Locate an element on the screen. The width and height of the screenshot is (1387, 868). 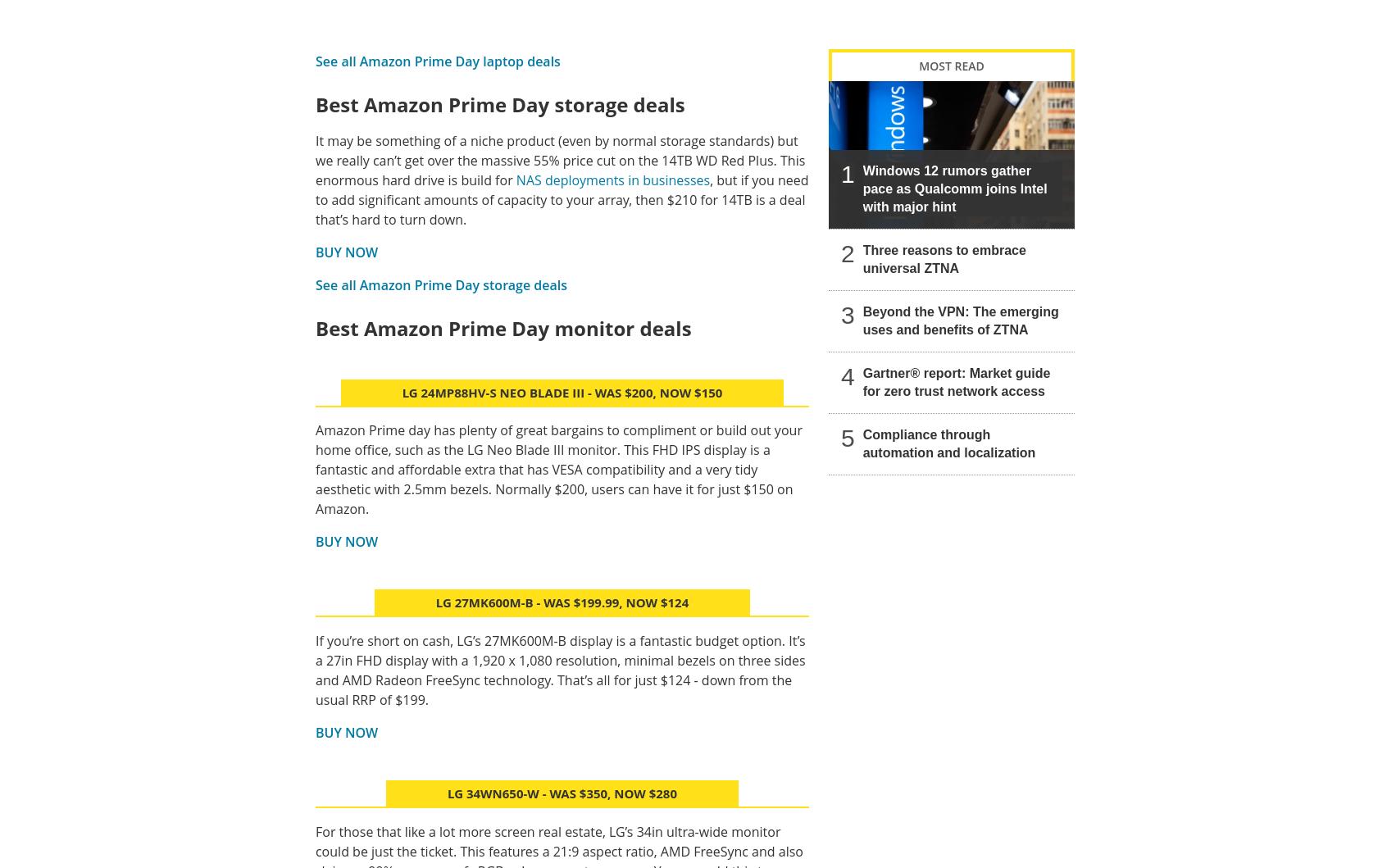
'LG 24MP88HV-S Neo Blade III - Was $200, now $150' is located at coordinates (562, 392).